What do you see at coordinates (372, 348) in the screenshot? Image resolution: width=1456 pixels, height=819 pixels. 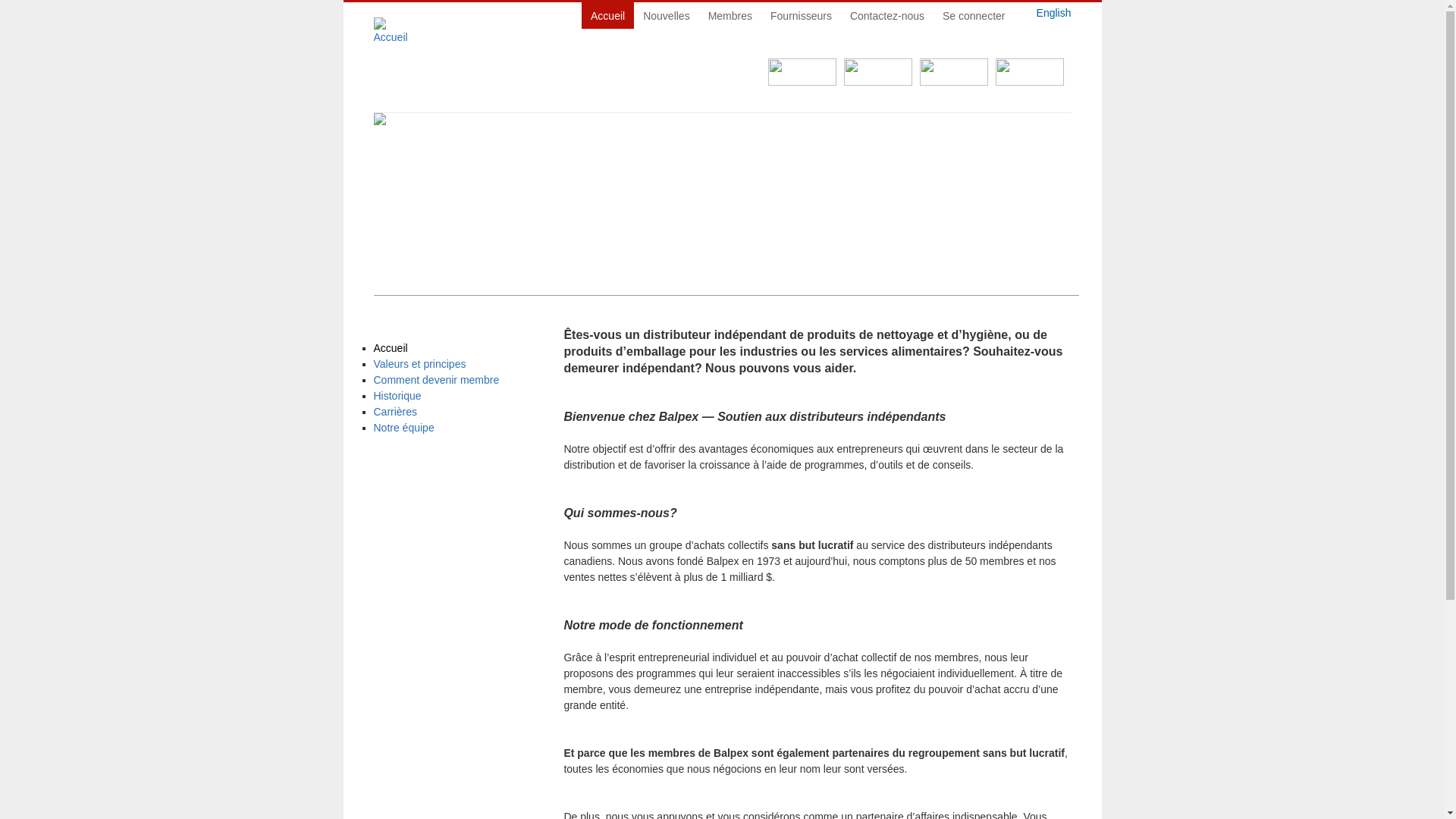 I see `'Accueil'` at bounding box center [372, 348].